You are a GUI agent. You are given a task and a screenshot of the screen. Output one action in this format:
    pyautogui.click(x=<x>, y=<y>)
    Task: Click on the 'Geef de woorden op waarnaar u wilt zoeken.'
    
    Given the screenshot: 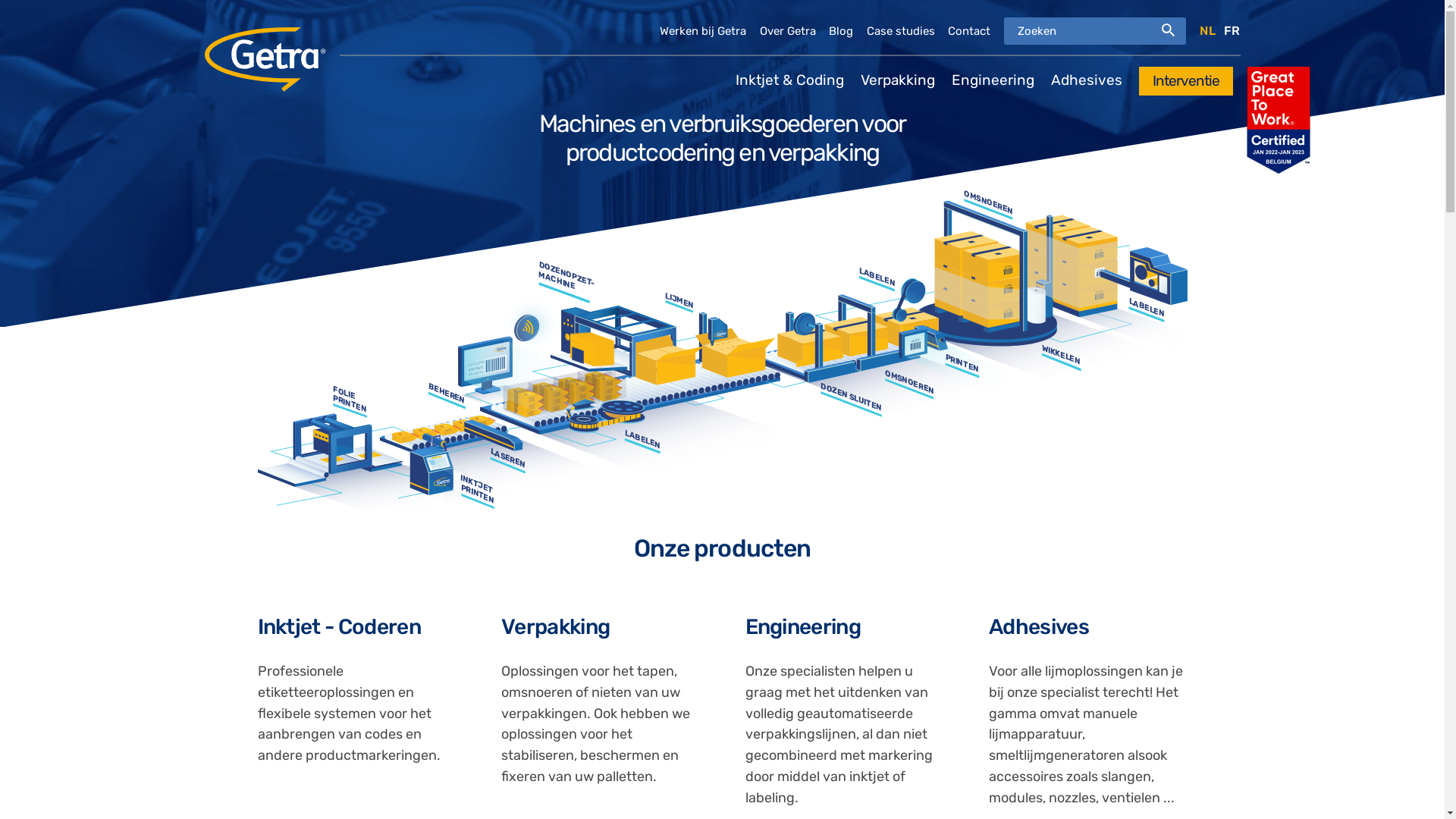 What is the action you would take?
    pyautogui.click(x=1004, y=30)
    